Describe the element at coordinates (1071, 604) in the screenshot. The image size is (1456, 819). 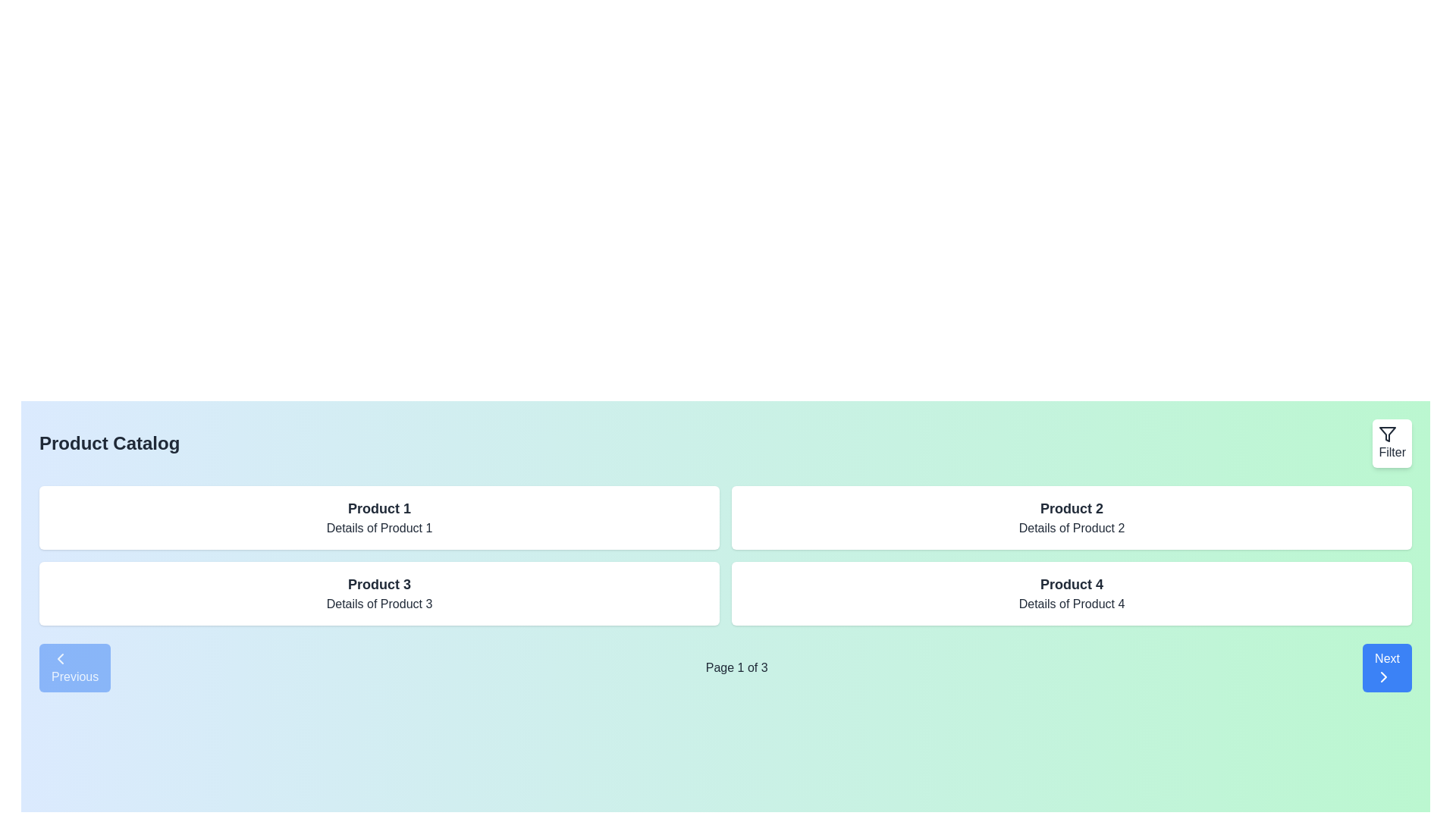
I see `the descriptive text element providing context for 'Product 4', located directly beneath the header in the product card interface` at that location.